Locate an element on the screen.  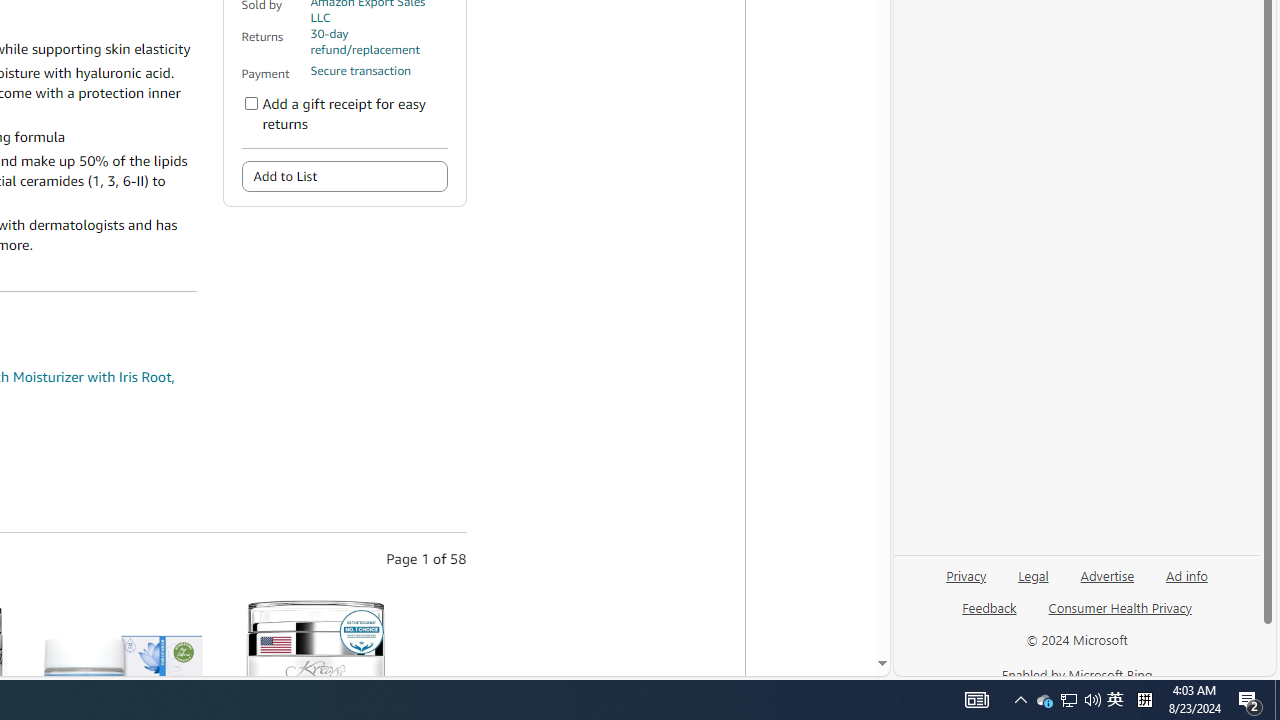
'Consumer Health Privacy' is located at coordinates (1120, 614).